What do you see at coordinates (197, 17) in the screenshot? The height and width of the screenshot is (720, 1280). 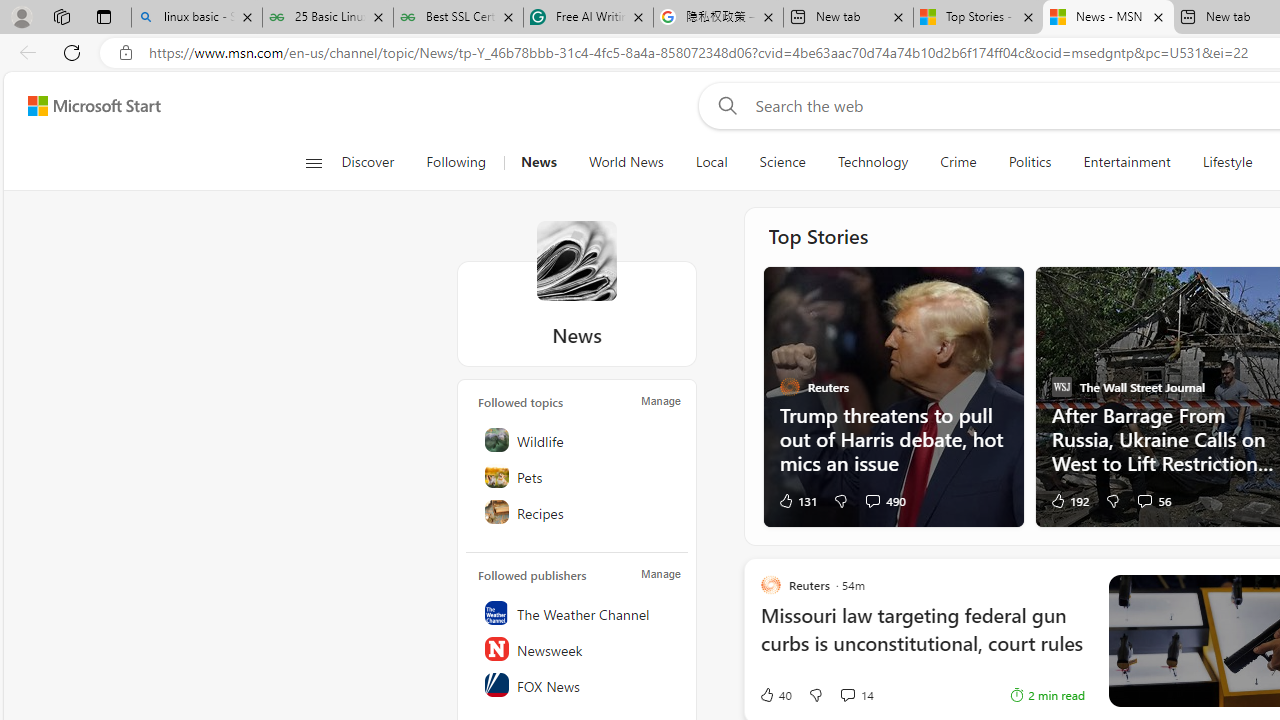 I see `'linux basic - Search'` at bounding box center [197, 17].